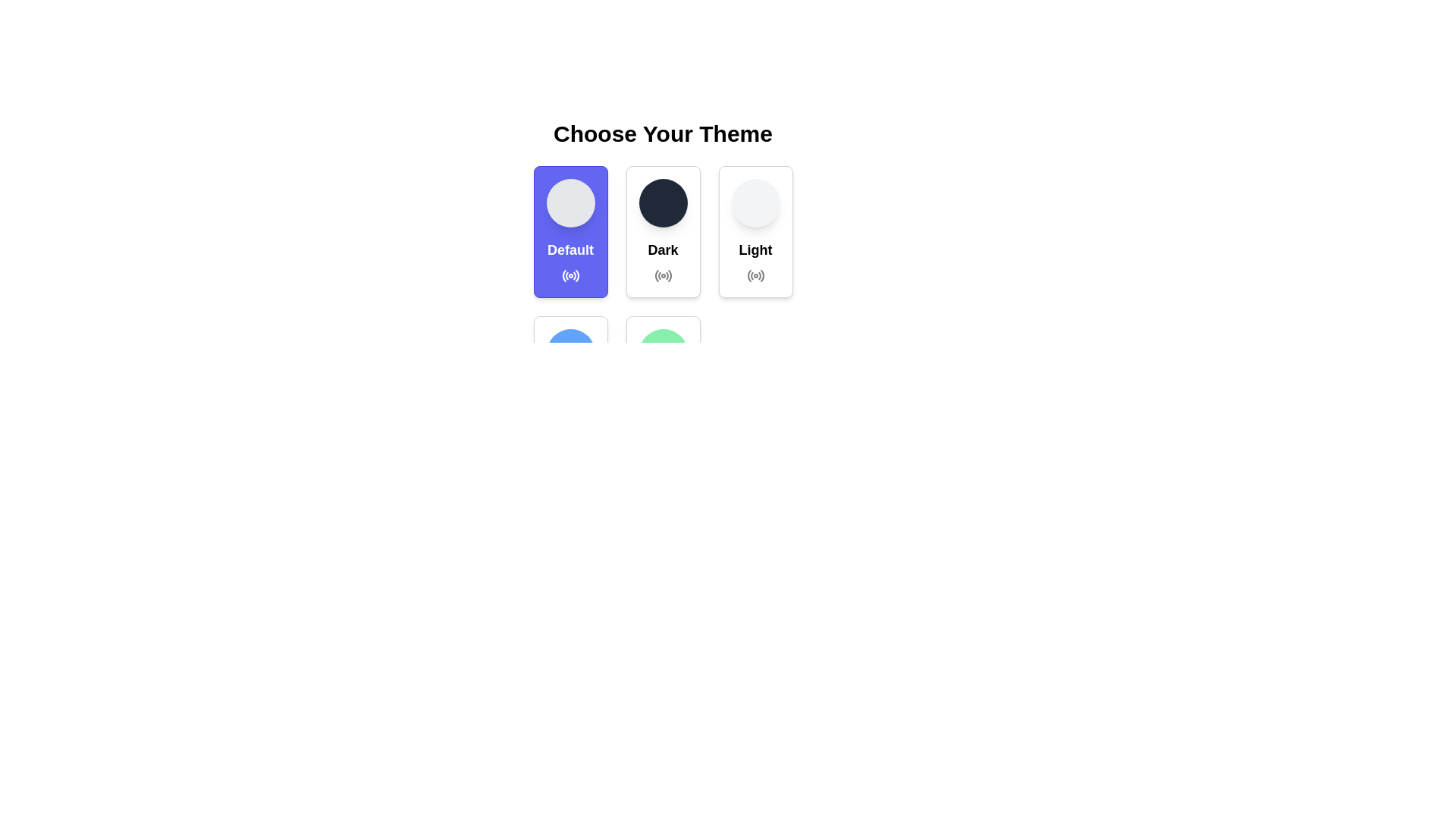 The height and width of the screenshot is (819, 1456). Describe the element at coordinates (663, 231) in the screenshot. I see `the second selectable card in the theme options grid` at that location.